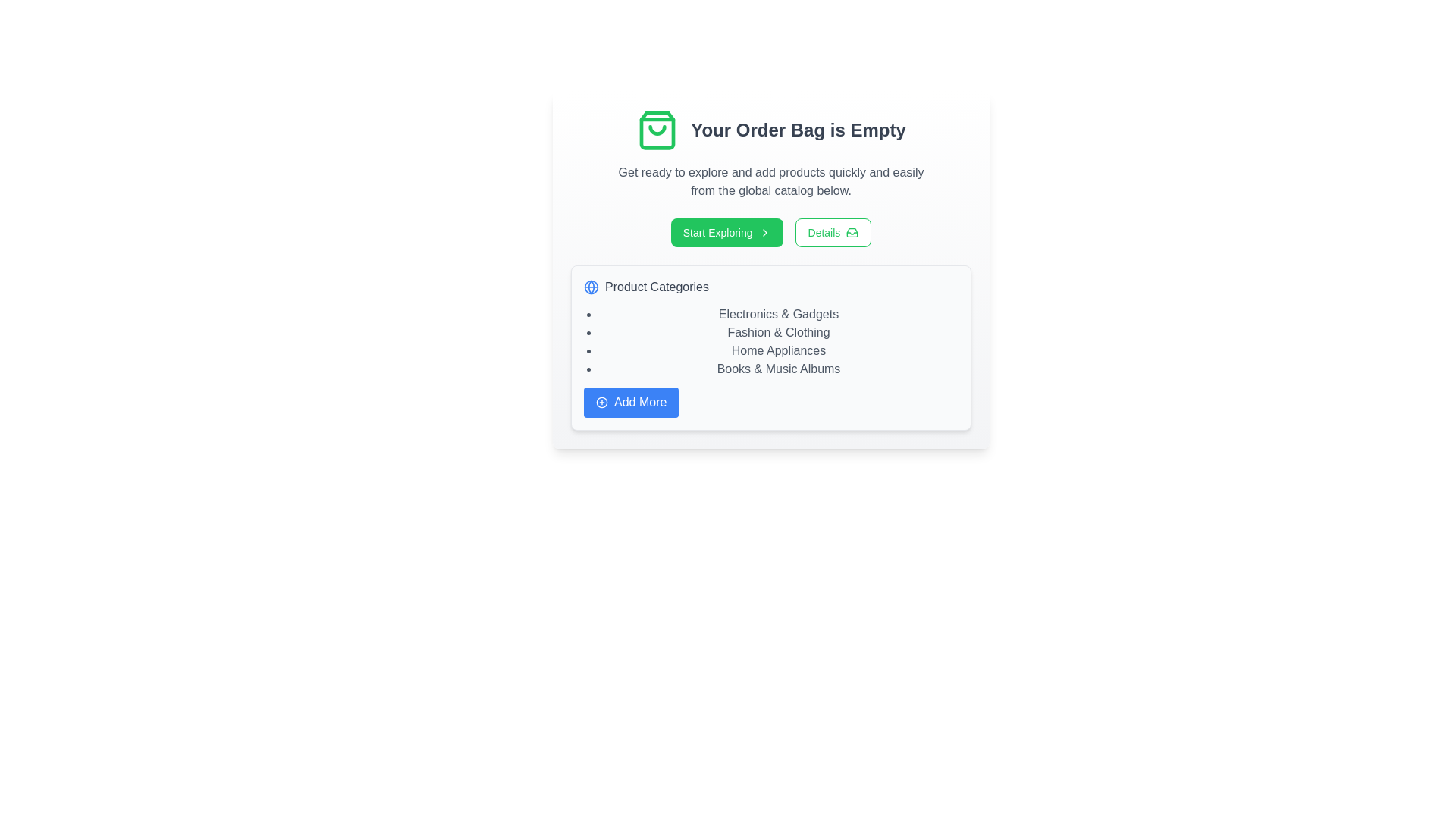 The width and height of the screenshot is (1456, 819). What do you see at coordinates (601, 402) in the screenshot?
I see `the blue button labeled 'Add More' which contains the icon on its left side, located at the bottom of the 'Product Categories' card` at bounding box center [601, 402].